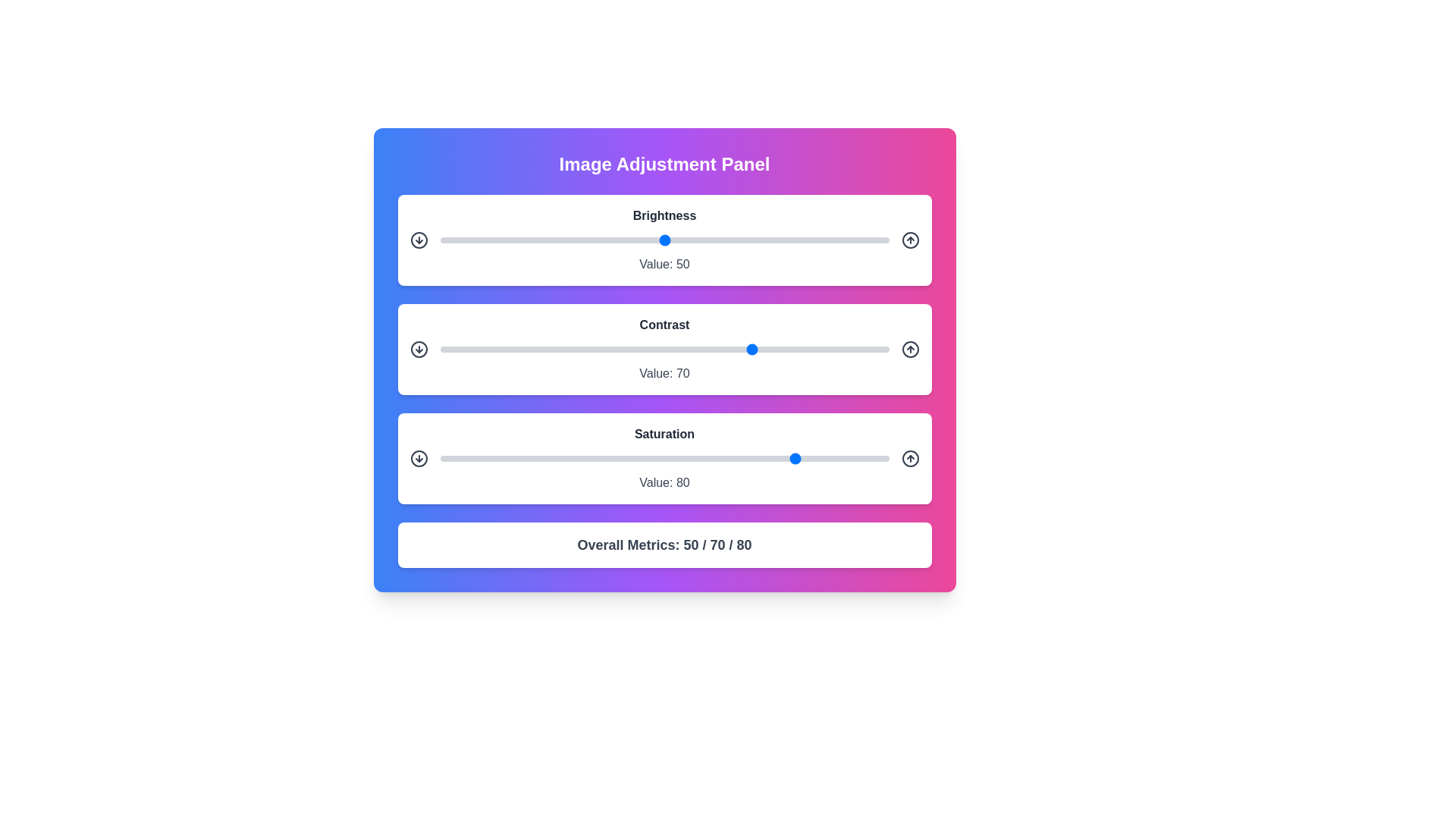  Describe the element at coordinates (419, 350) in the screenshot. I see `the downward-pointing arrow icon framed inside a circle, located in the 'Contrast' section of the image adjustment panel` at that location.